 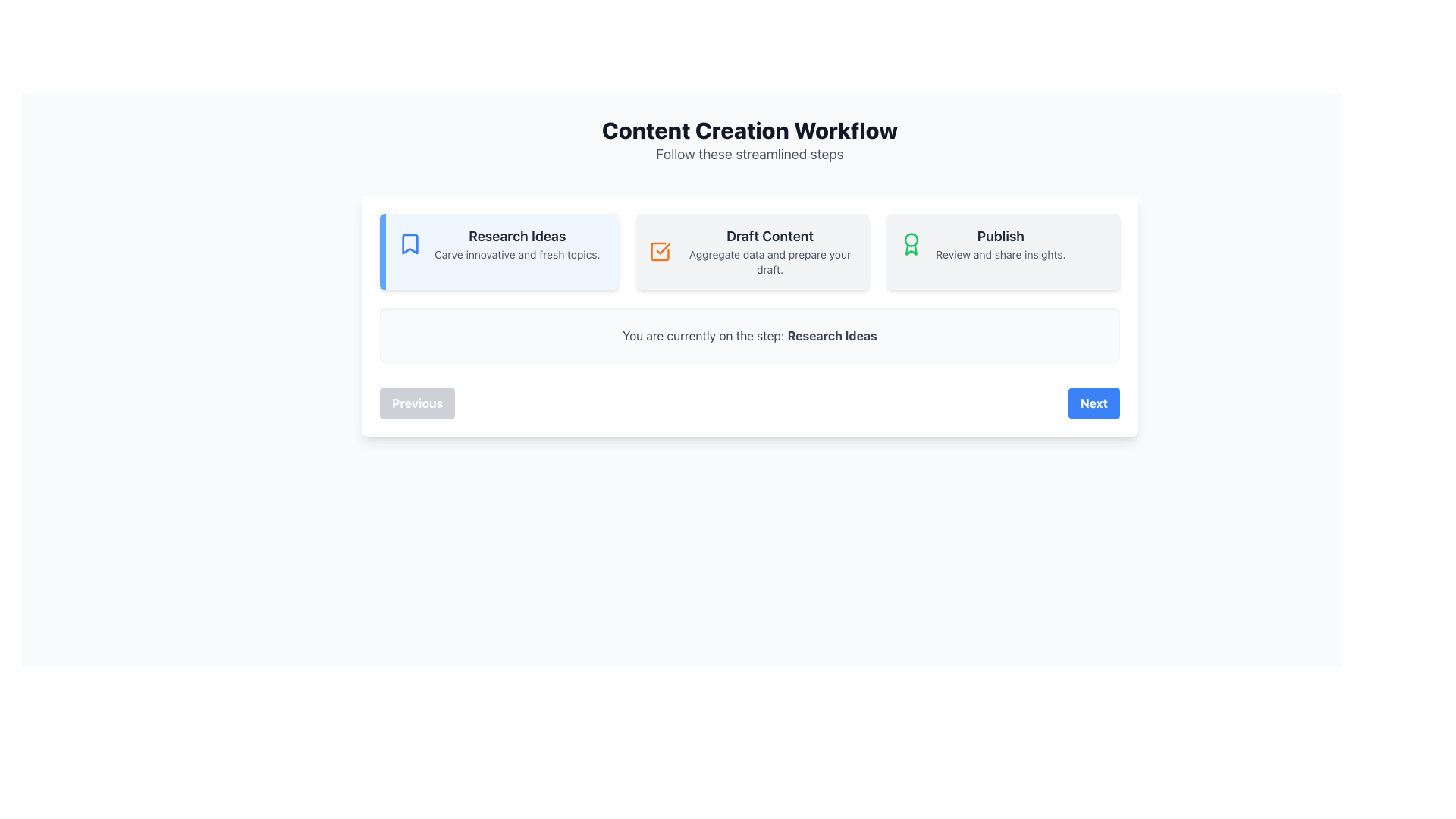 What do you see at coordinates (502, 243) in the screenshot?
I see `the Information Panel that describes the 'Research Ideas' step in the workflow process, which is the leftmost item in a horizontal list of similar blocks` at bounding box center [502, 243].